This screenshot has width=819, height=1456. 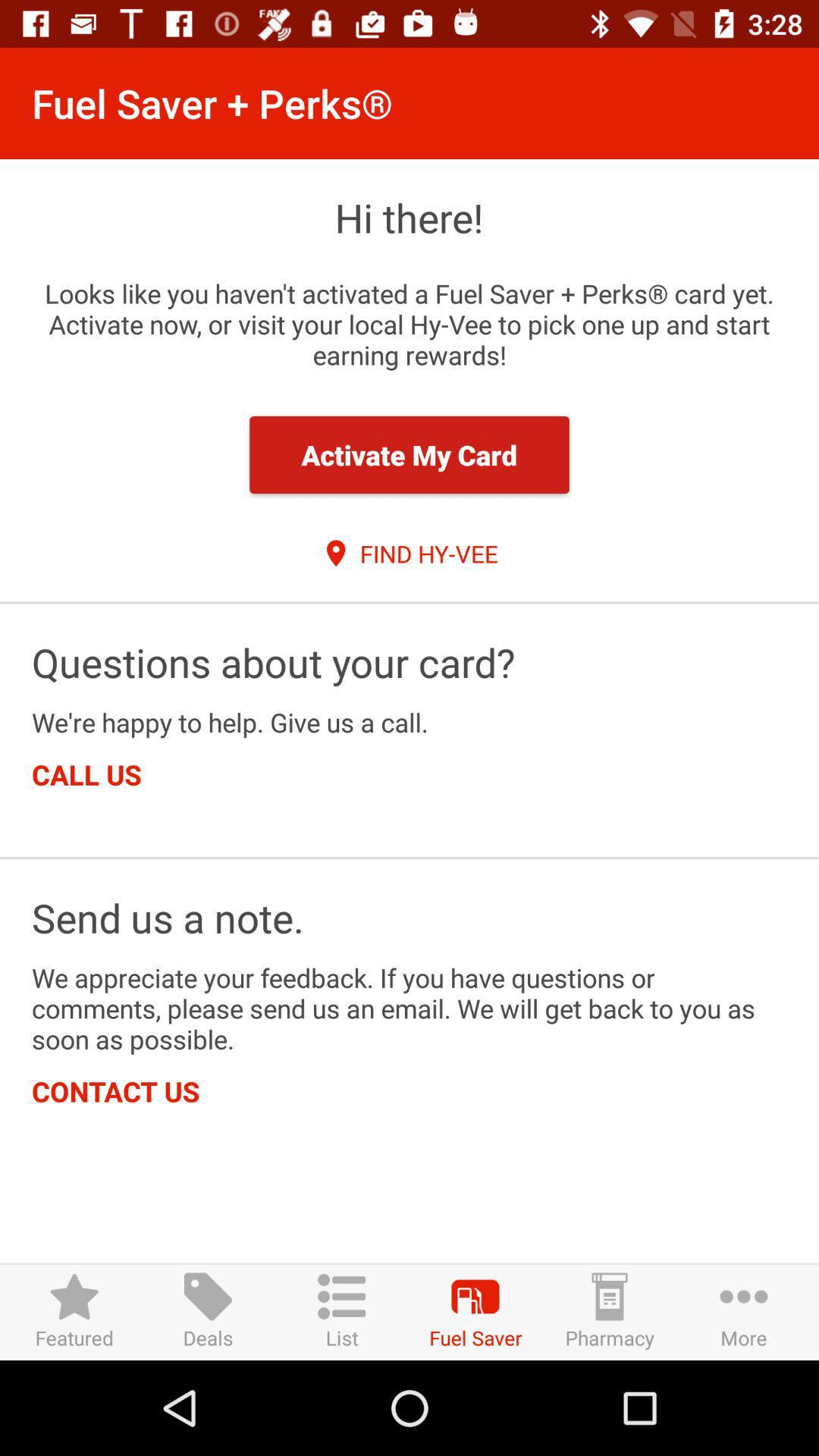 I want to click on the item to the left of fuel saver item, so click(x=342, y=1311).